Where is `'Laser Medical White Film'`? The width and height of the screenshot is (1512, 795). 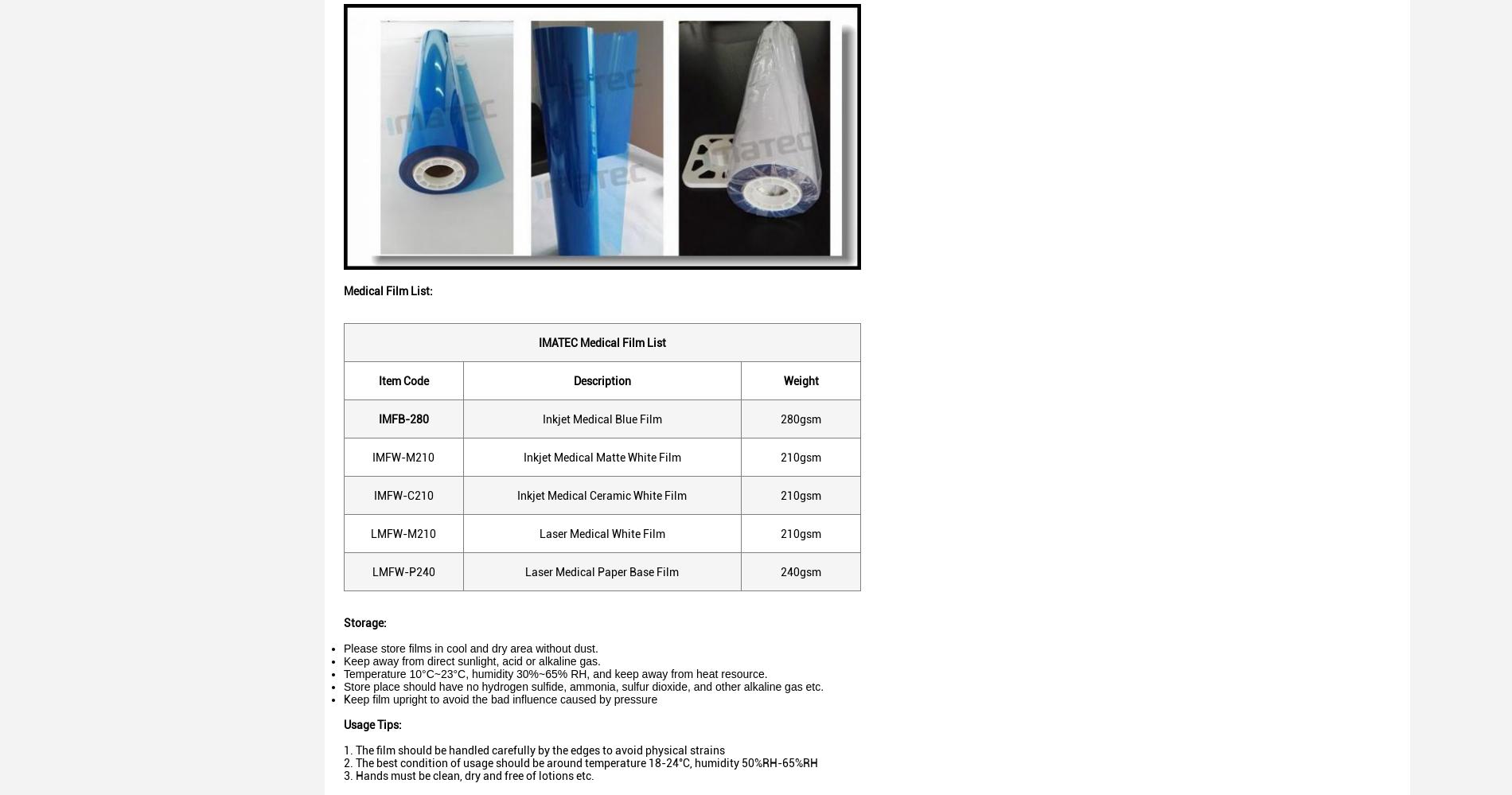 'Laser Medical White Film' is located at coordinates (601, 533).